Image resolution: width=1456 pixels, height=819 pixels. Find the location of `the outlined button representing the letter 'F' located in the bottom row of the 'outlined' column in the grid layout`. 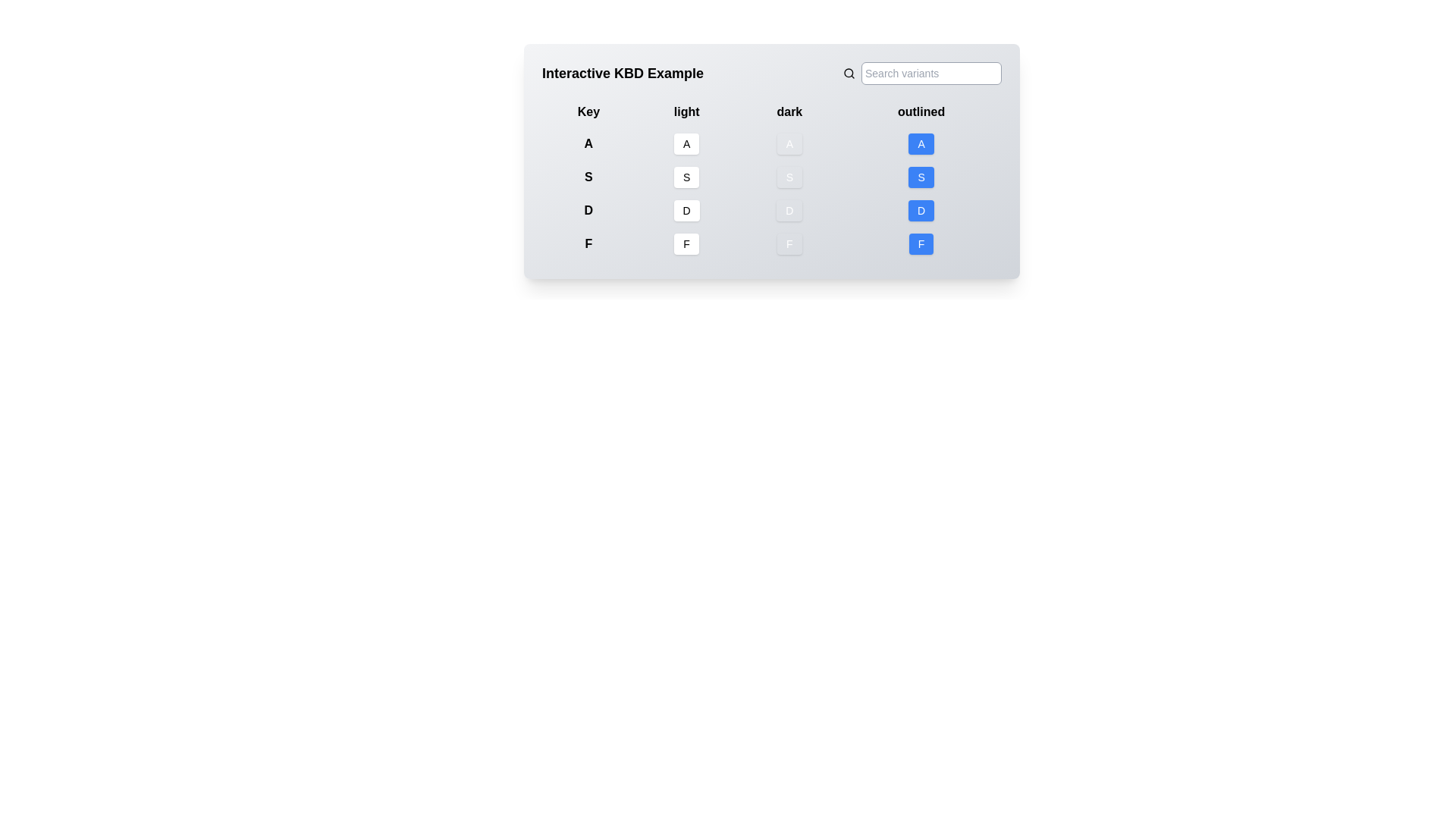

the outlined button representing the letter 'F' located in the bottom row of the 'outlined' column in the grid layout is located at coordinates (921, 243).